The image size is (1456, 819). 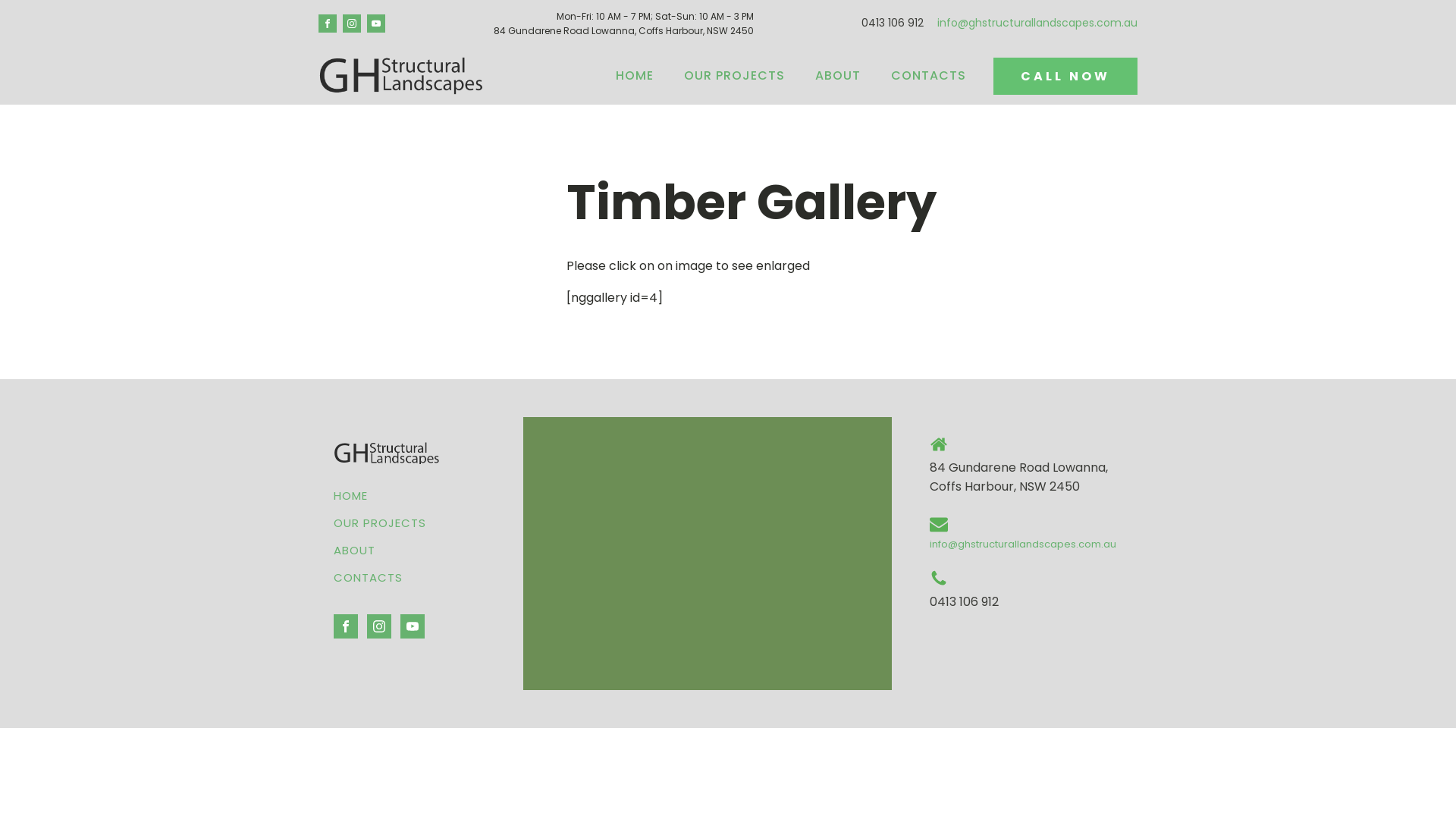 I want to click on 'ABOUT', so click(x=836, y=76).